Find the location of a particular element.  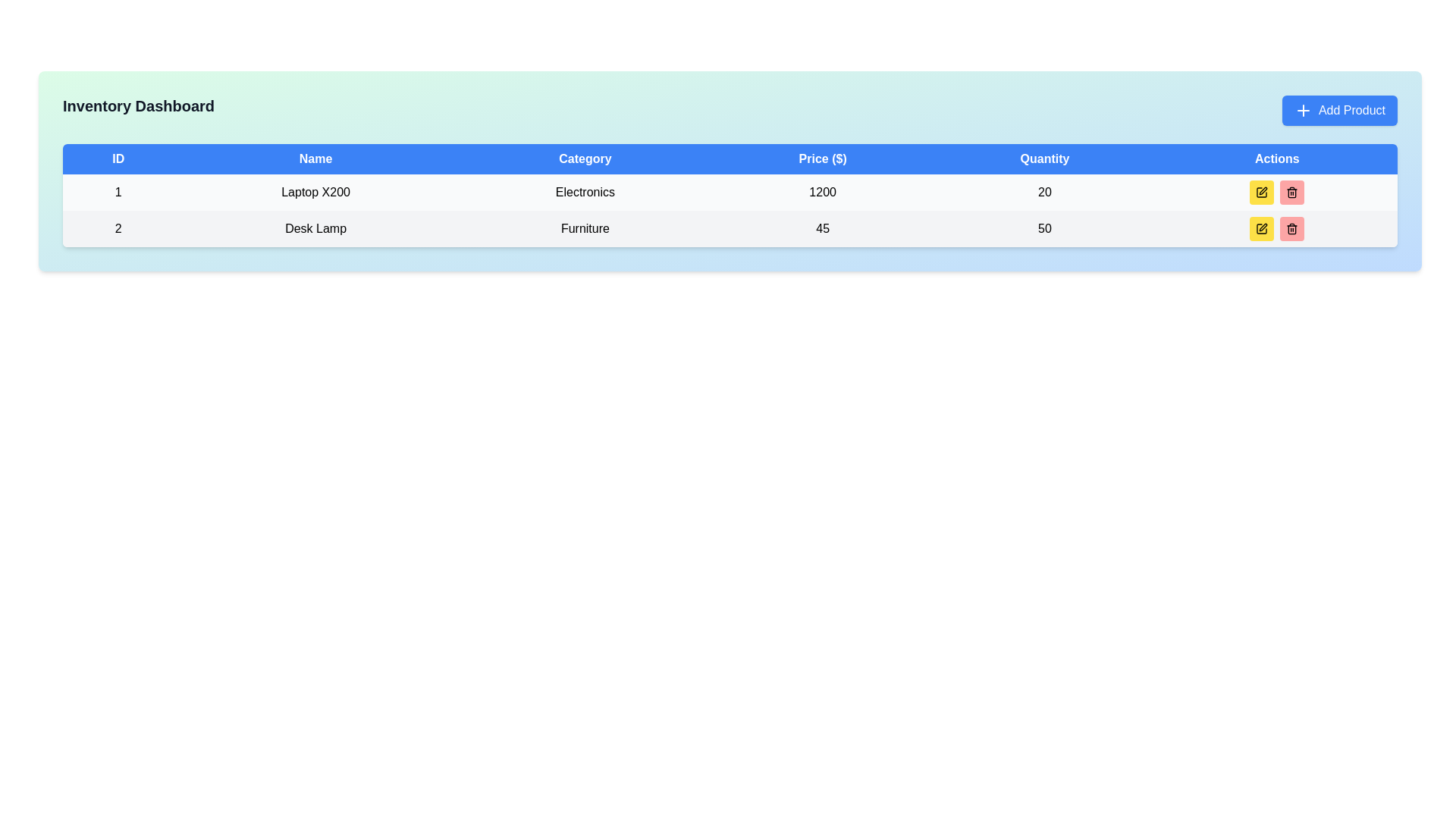

the plus icon located within the 'Add Product' button at the top right corner of the interface is located at coordinates (1302, 110).